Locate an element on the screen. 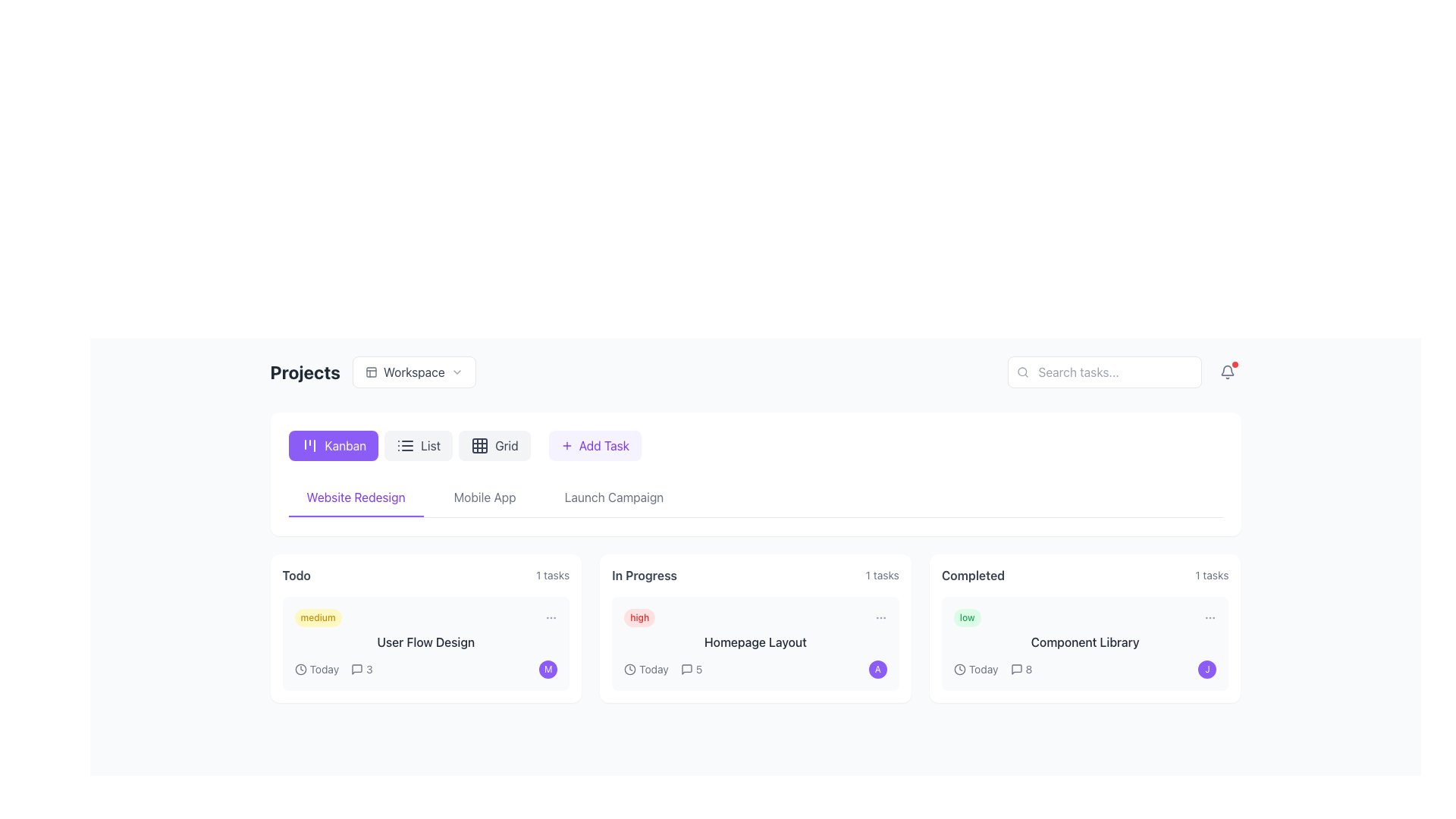 The image size is (1456, 819). the displayed information on the 'Today' deadline and the count of '3' comments/messages in the composite layout element located within the 'Todo' card is located at coordinates (333, 669).